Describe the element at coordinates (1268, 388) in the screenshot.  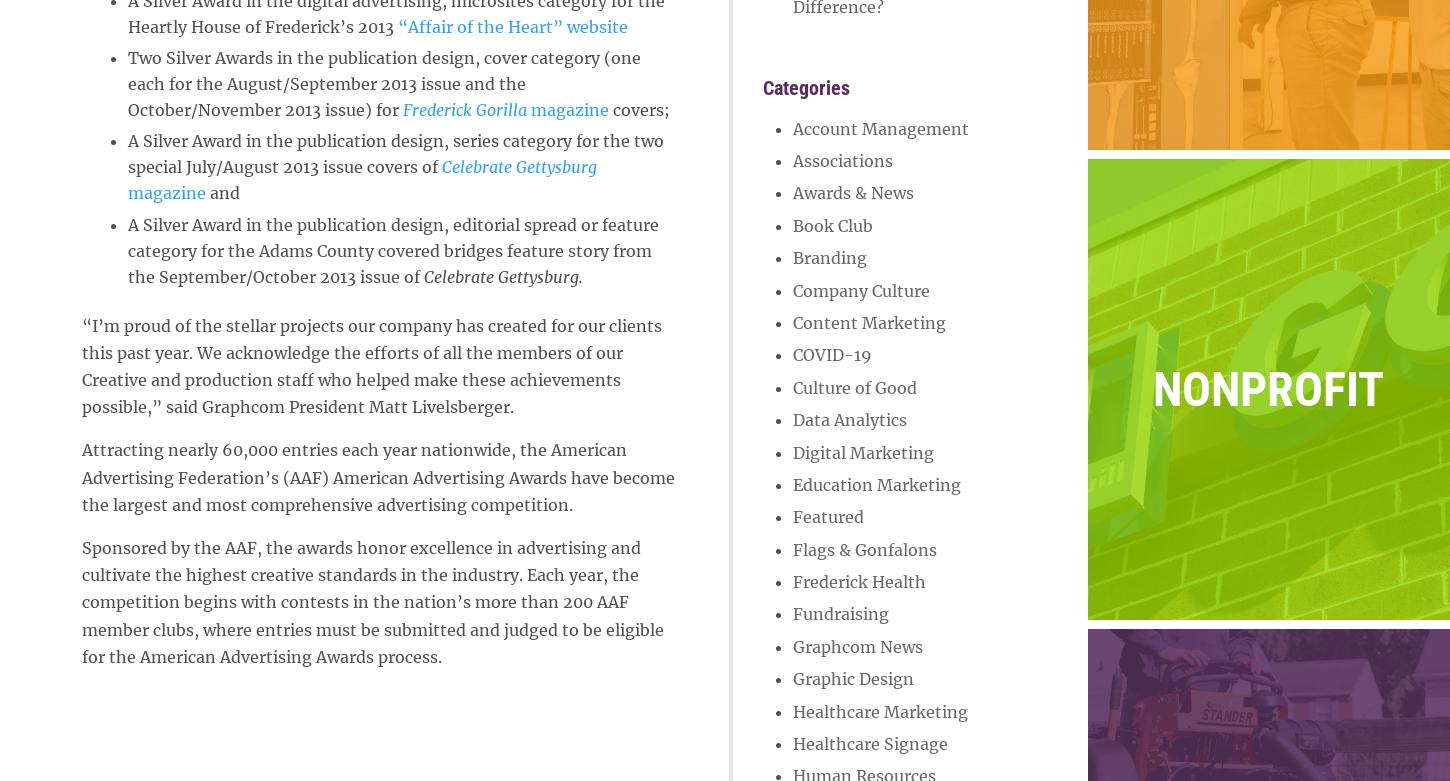
I see `'Nonprofit'` at that location.